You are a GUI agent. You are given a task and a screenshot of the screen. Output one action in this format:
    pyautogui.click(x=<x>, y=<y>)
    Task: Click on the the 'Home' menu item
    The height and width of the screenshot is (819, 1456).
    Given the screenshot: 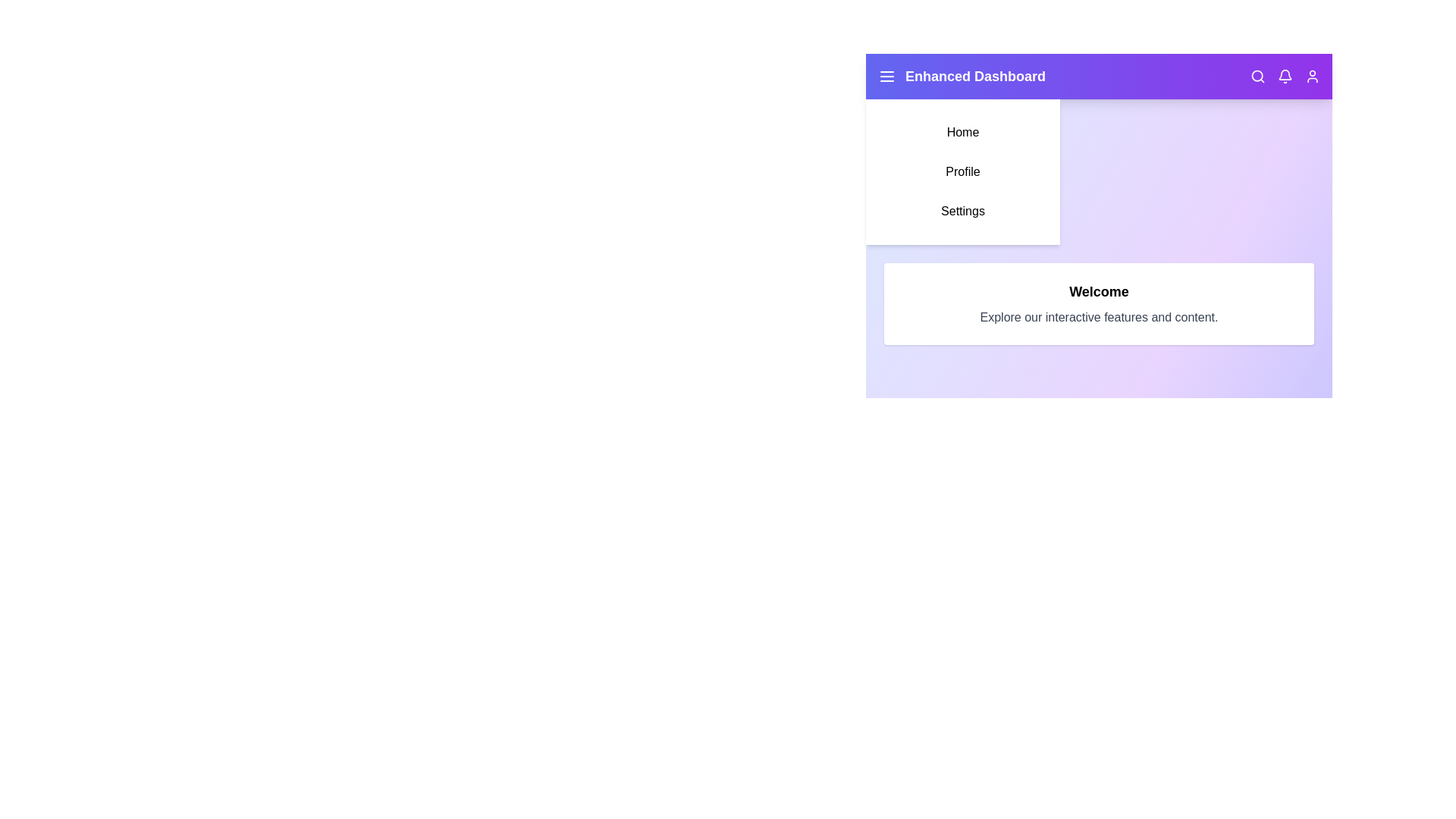 What is the action you would take?
    pyautogui.click(x=962, y=131)
    